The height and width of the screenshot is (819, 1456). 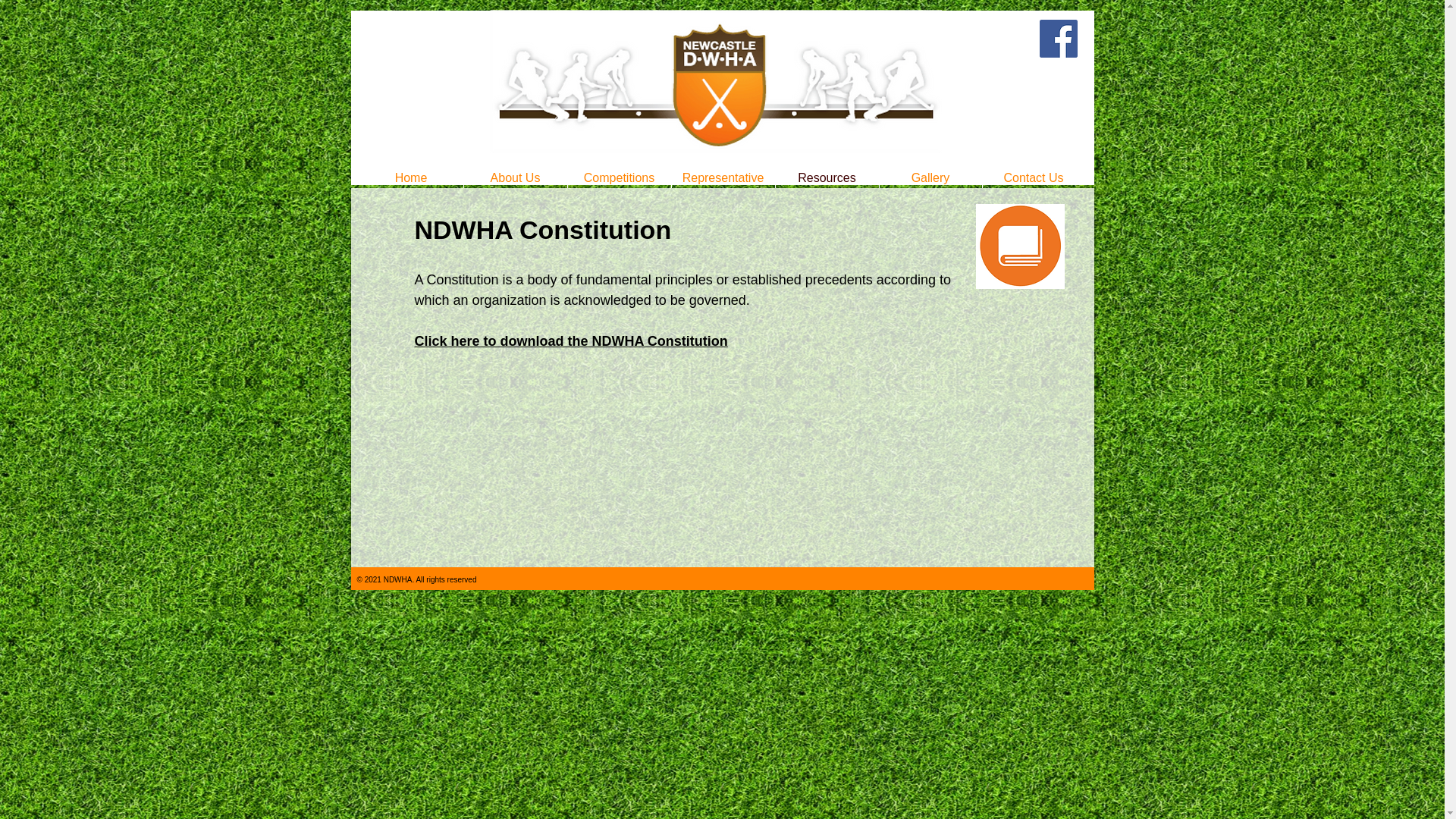 What do you see at coordinates (411, 177) in the screenshot?
I see `'Home'` at bounding box center [411, 177].